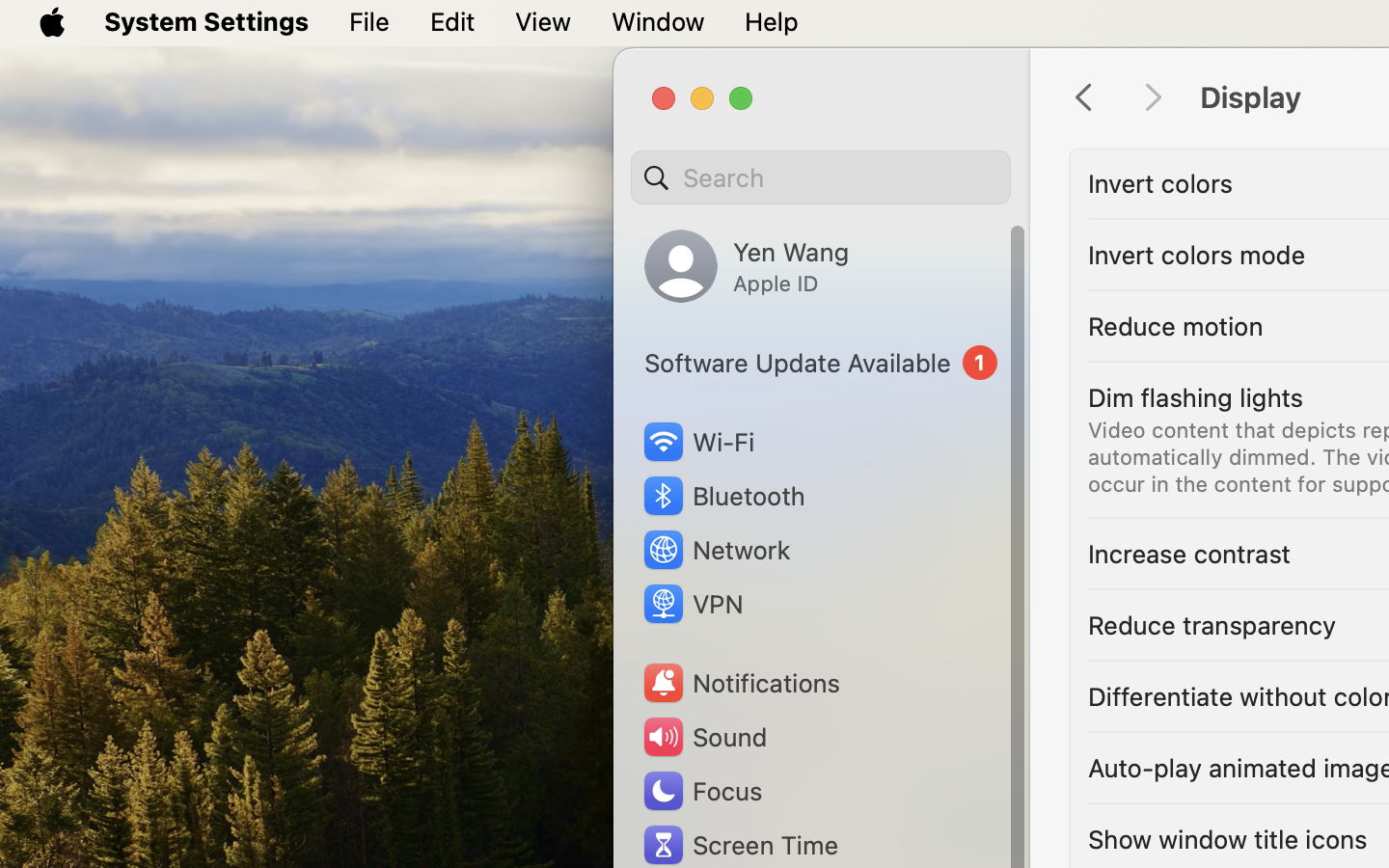 This screenshot has height=868, width=1389. Describe the element at coordinates (1158, 182) in the screenshot. I see `'Invert colors'` at that location.